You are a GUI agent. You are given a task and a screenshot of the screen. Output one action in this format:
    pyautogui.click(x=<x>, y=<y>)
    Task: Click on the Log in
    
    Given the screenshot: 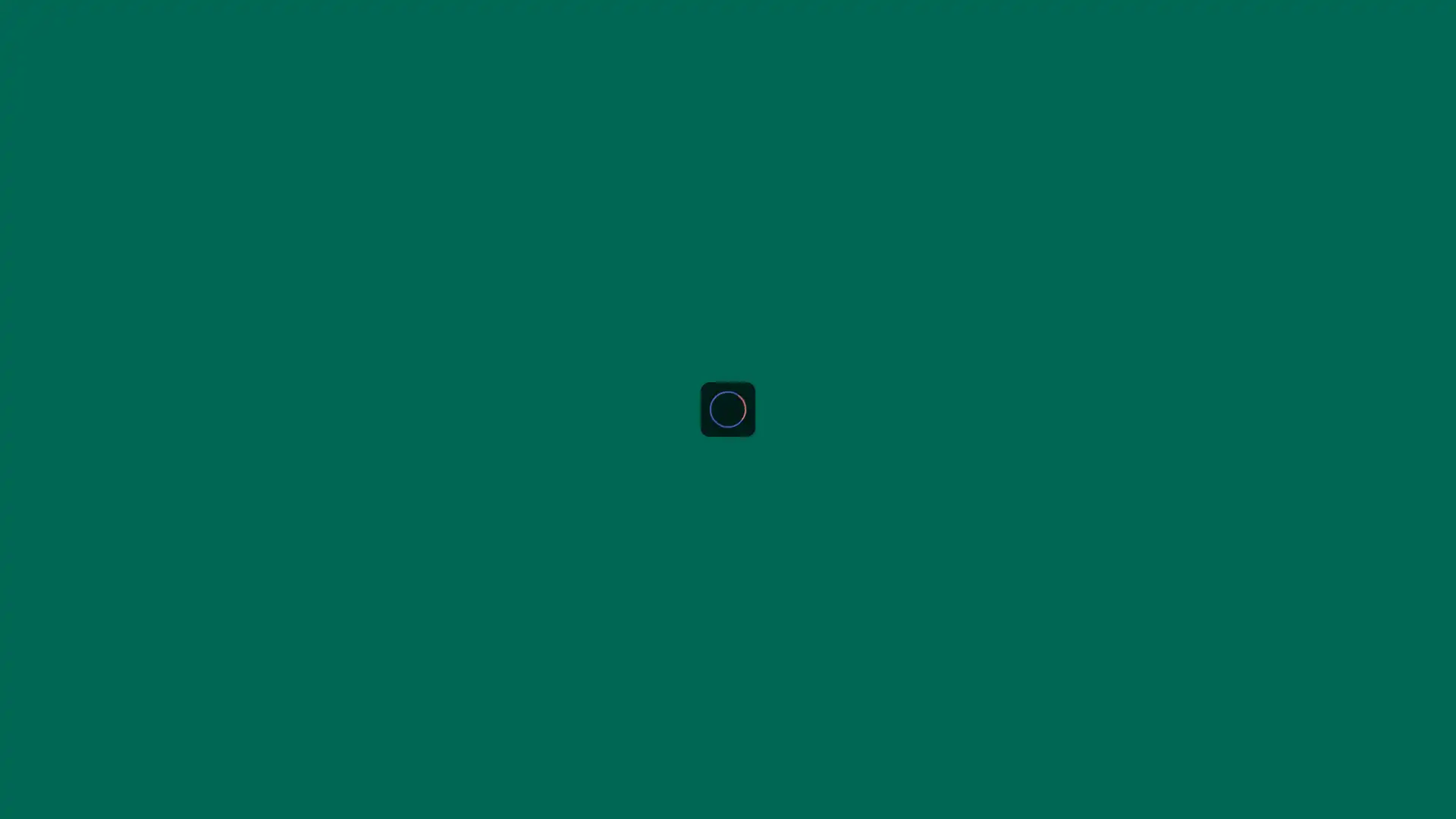 What is the action you would take?
    pyautogui.click(x=1350, y=20)
    